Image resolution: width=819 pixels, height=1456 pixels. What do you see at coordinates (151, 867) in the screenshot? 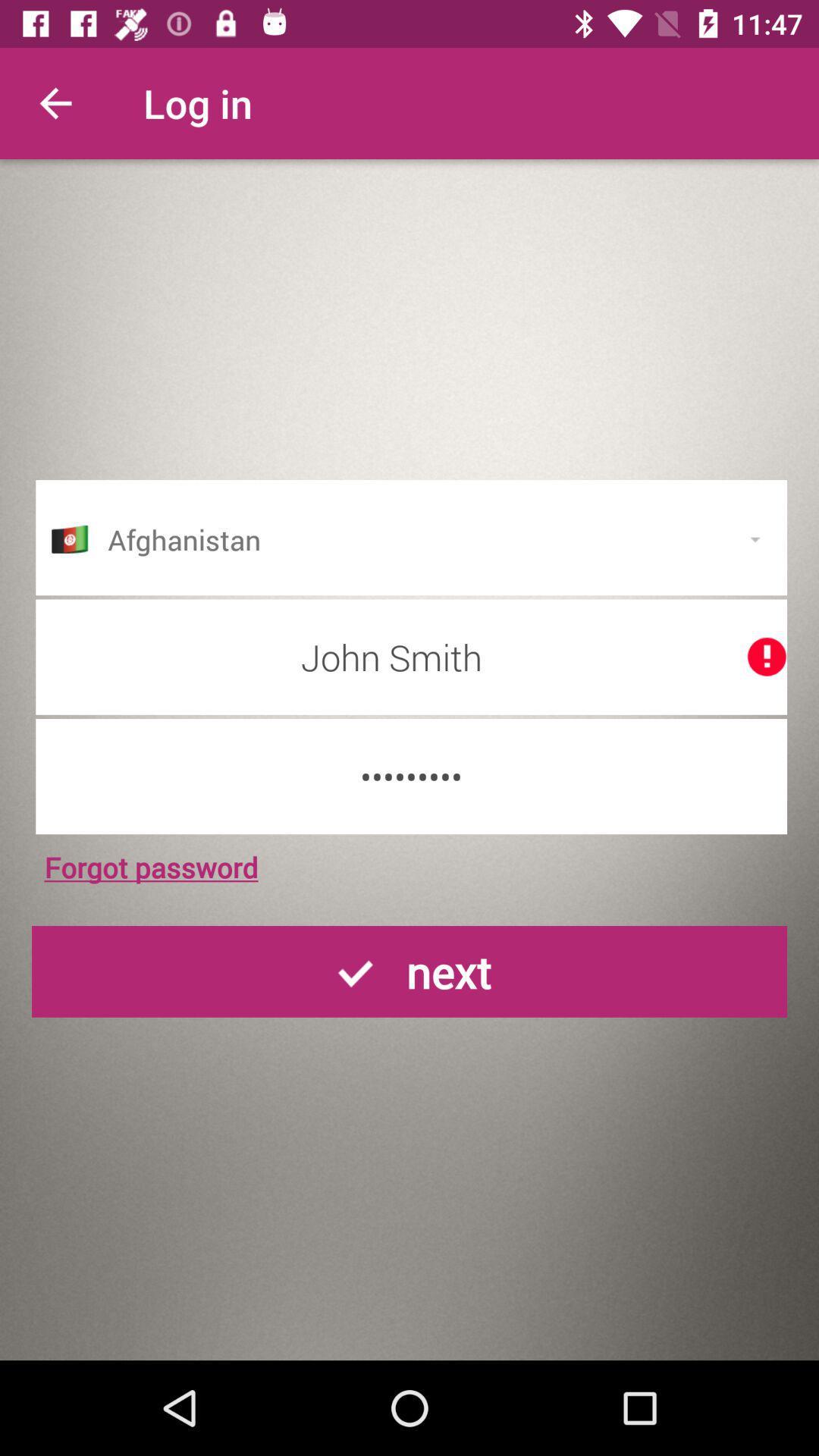
I see `the icon below crowd3116 icon` at bounding box center [151, 867].